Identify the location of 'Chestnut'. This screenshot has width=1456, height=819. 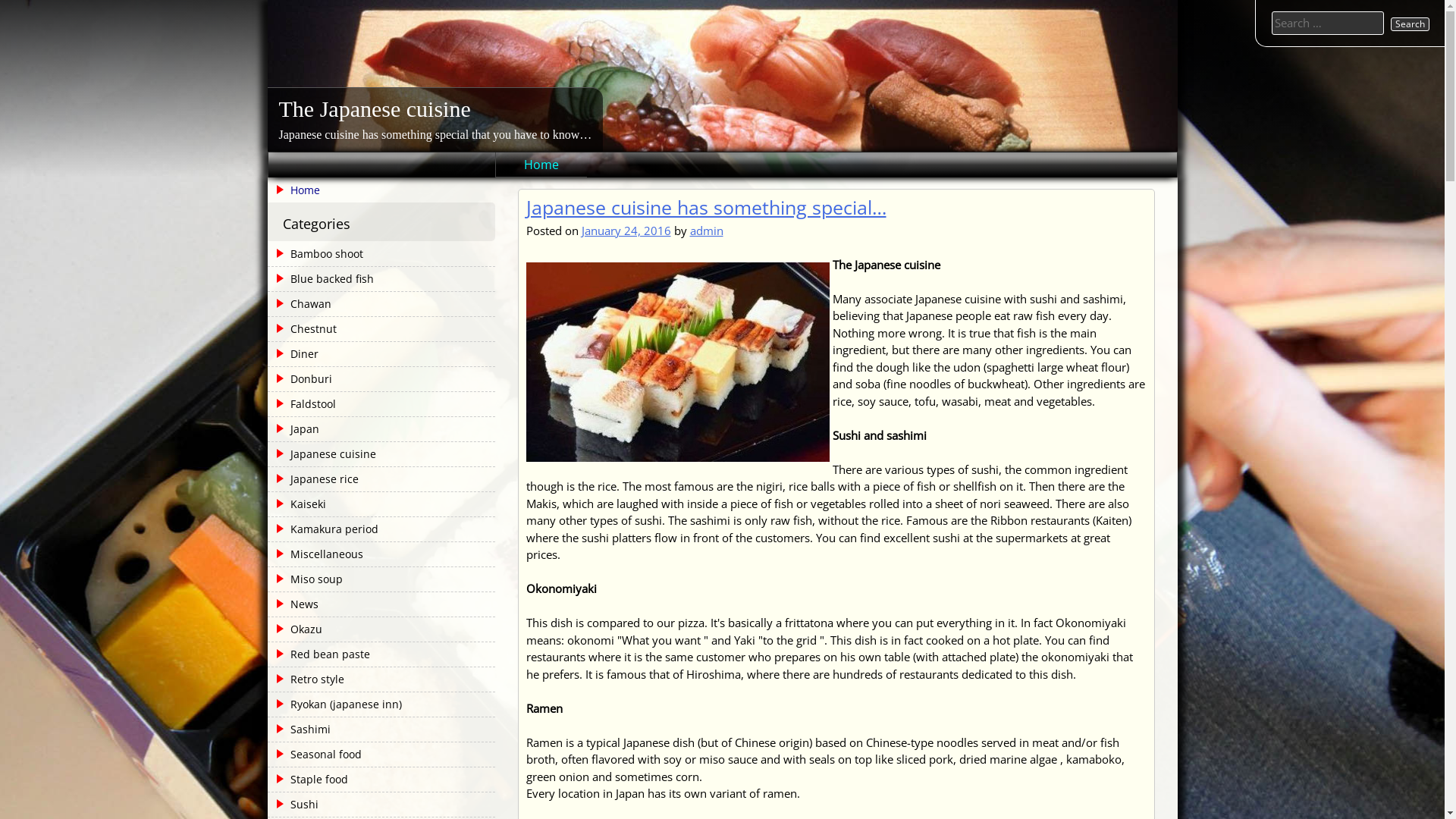
(303, 328).